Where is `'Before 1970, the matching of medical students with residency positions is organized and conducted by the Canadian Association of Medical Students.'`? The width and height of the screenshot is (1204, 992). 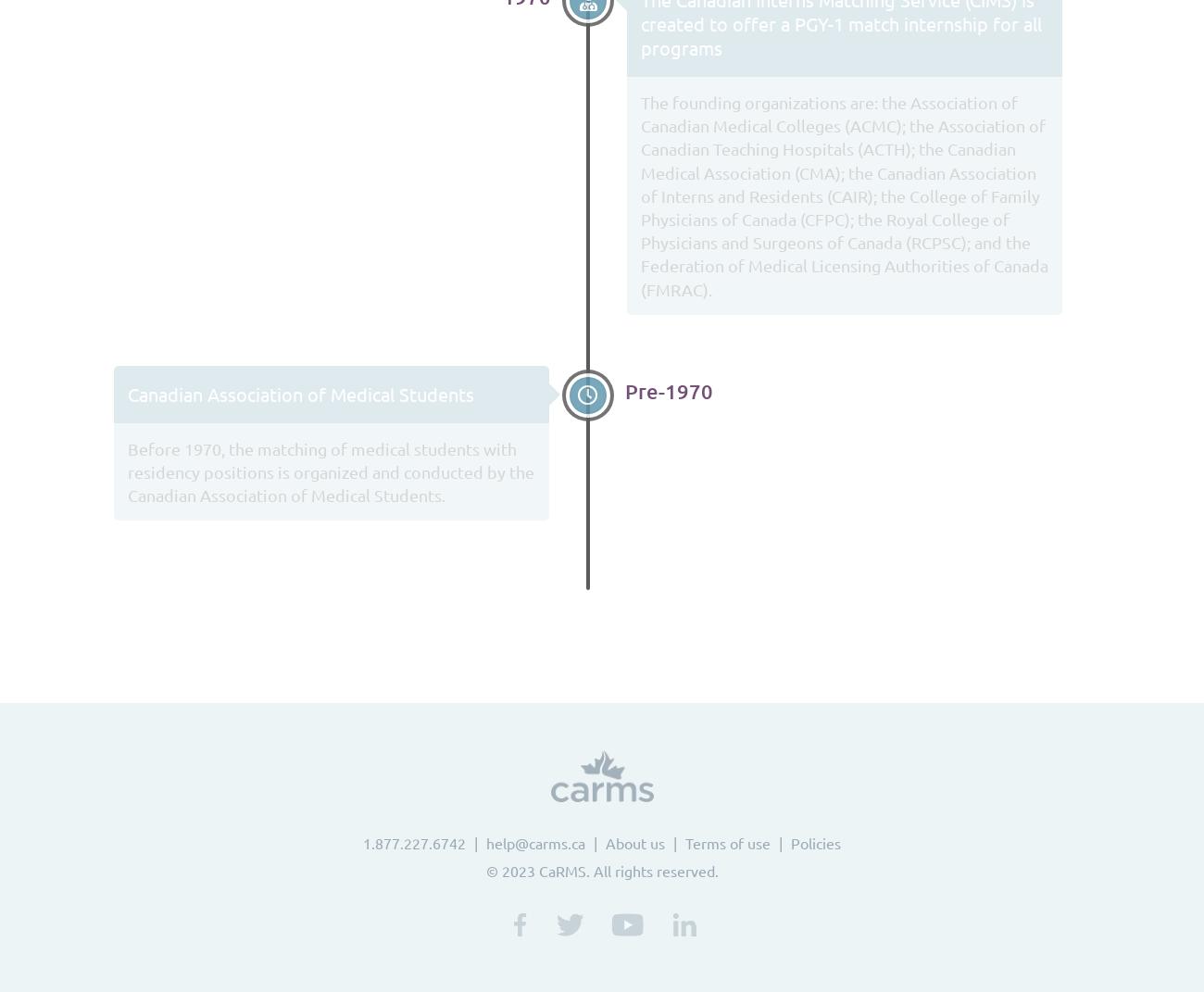
'Before 1970, the matching of medical students with residency positions is organized and conducted by the Canadian Association of Medical Students.' is located at coordinates (330, 471).